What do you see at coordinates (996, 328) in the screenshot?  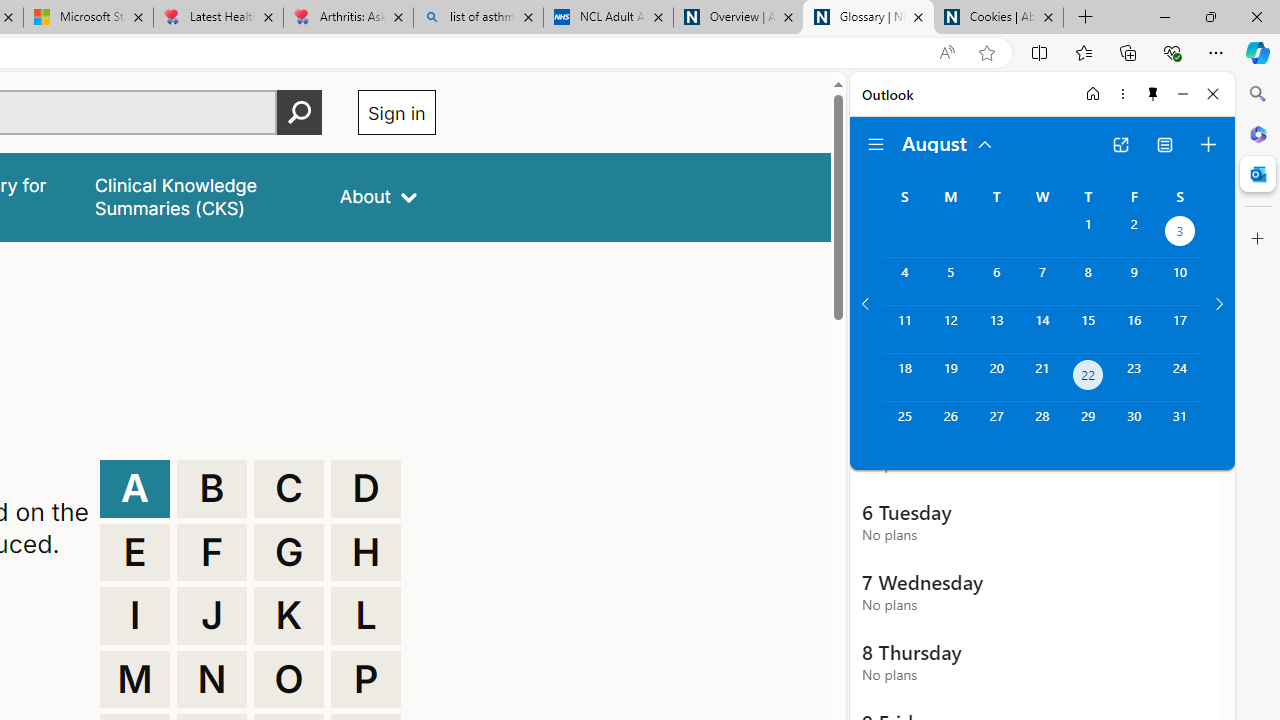 I see `'Tuesday, August 13, 2024. '` at bounding box center [996, 328].